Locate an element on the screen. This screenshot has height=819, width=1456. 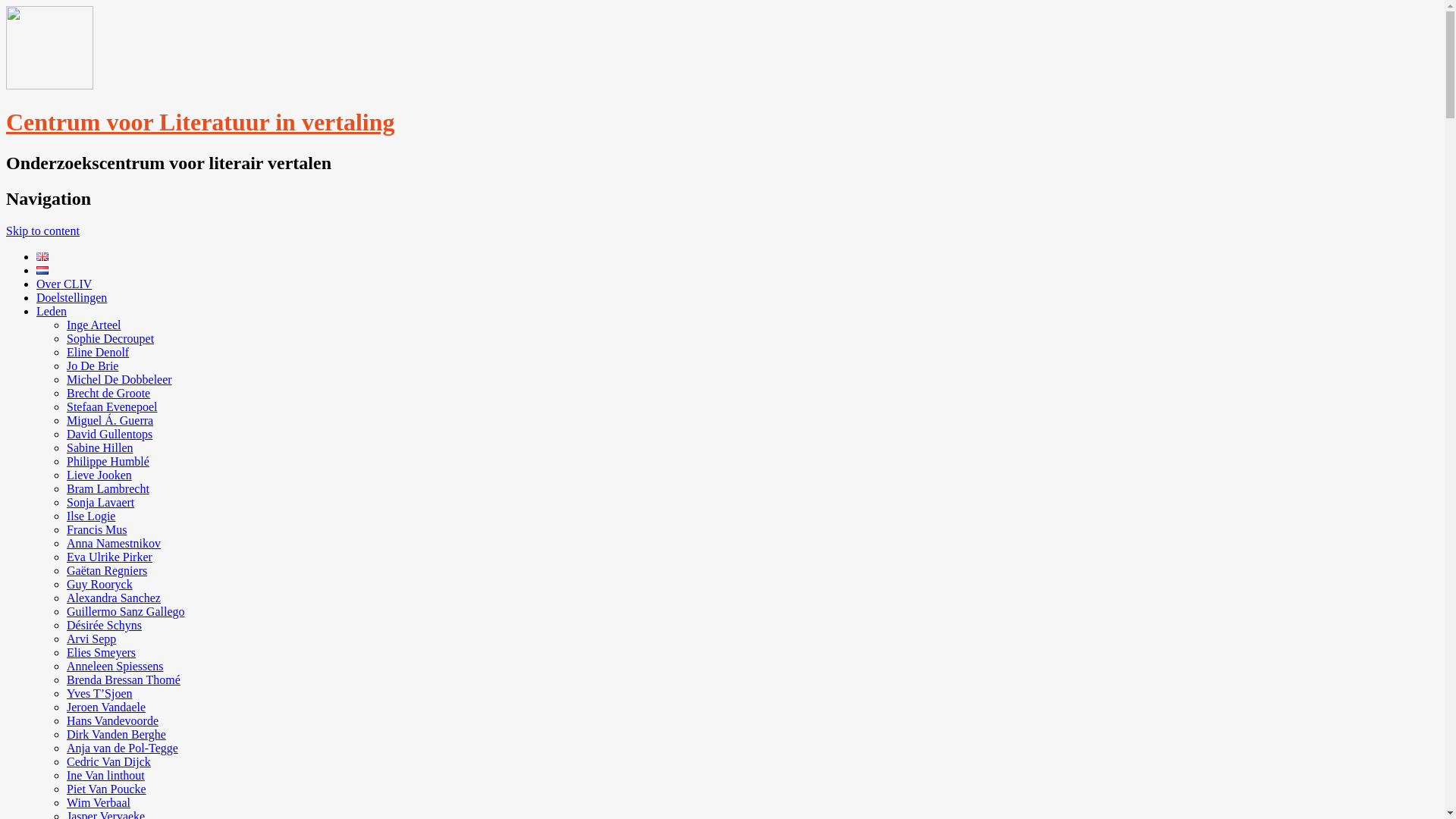
'Piet Van Poucke' is located at coordinates (105, 788).